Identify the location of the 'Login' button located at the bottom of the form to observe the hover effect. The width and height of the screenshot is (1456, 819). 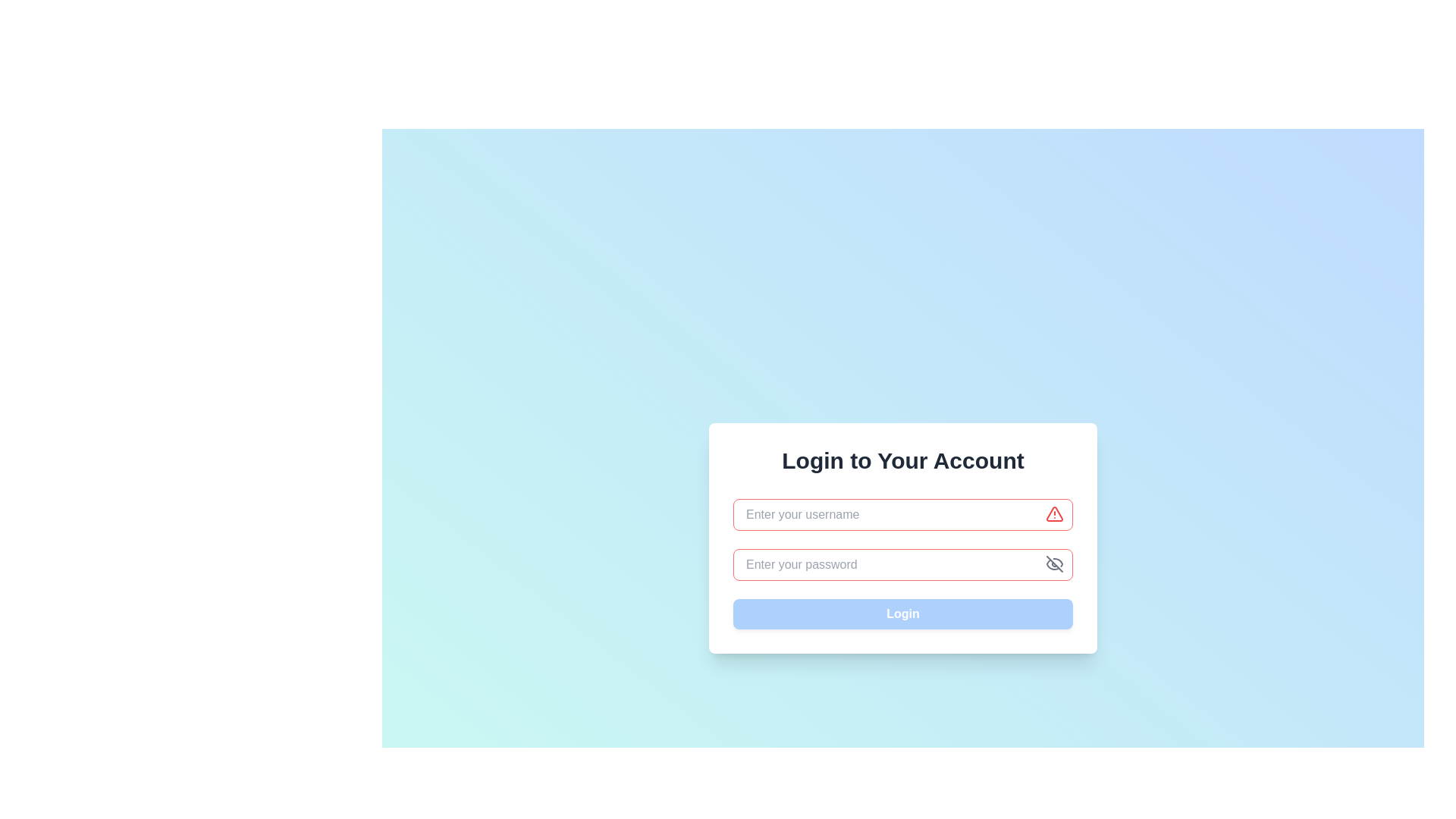
(902, 614).